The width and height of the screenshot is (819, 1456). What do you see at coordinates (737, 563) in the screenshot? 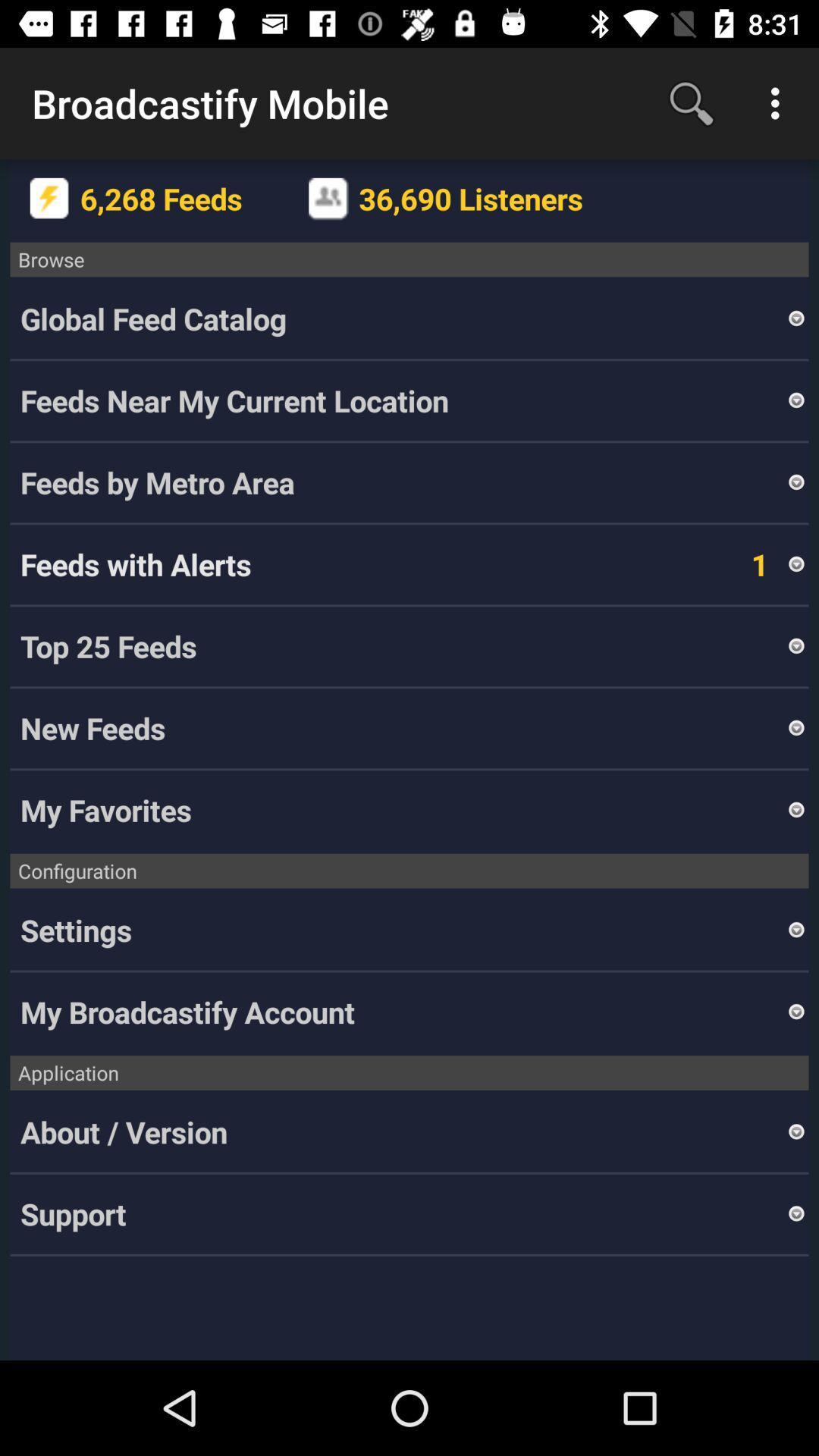
I see `1` at bounding box center [737, 563].